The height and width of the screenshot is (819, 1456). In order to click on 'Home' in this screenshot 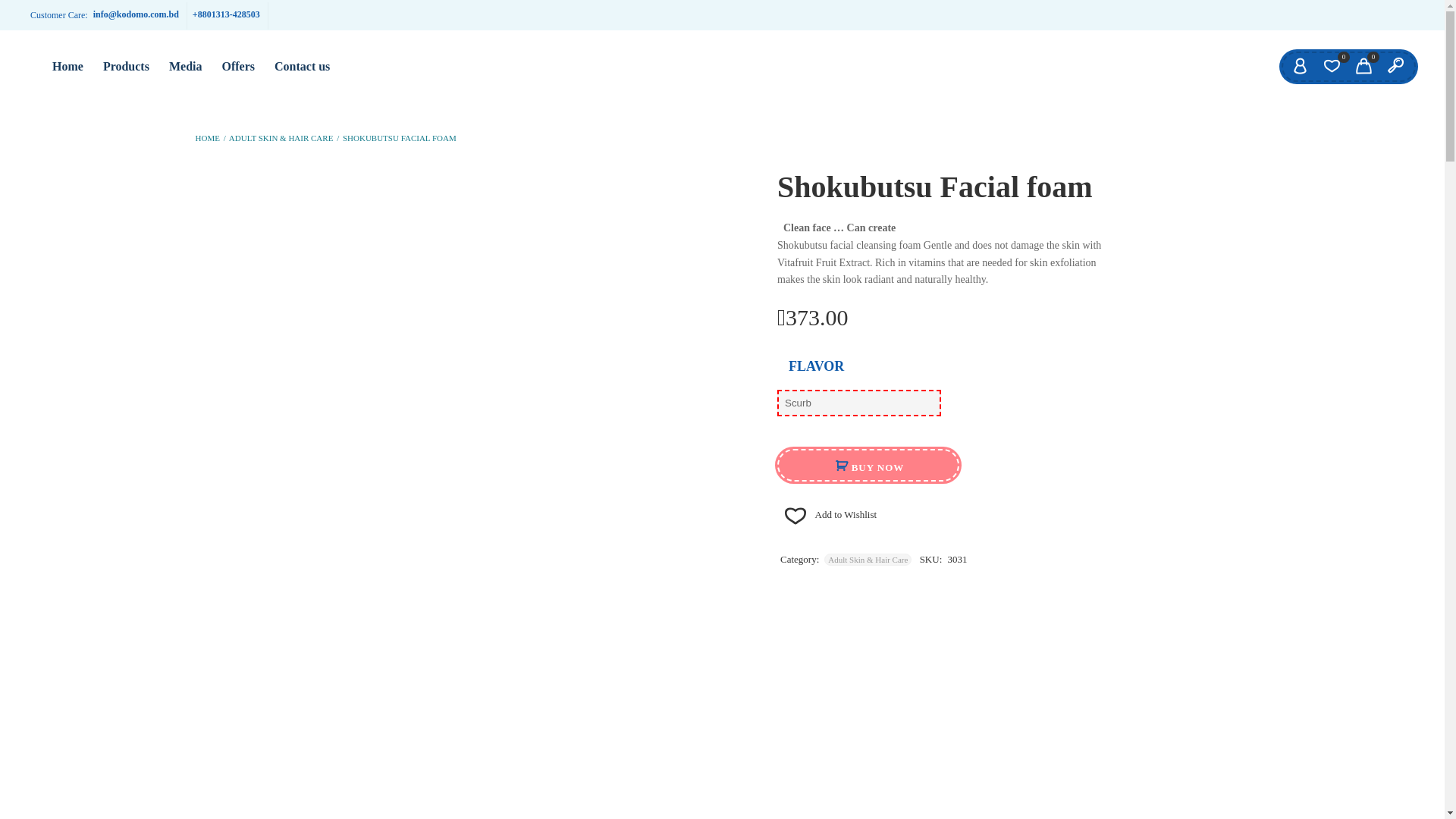, I will do `click(67, 66)`.